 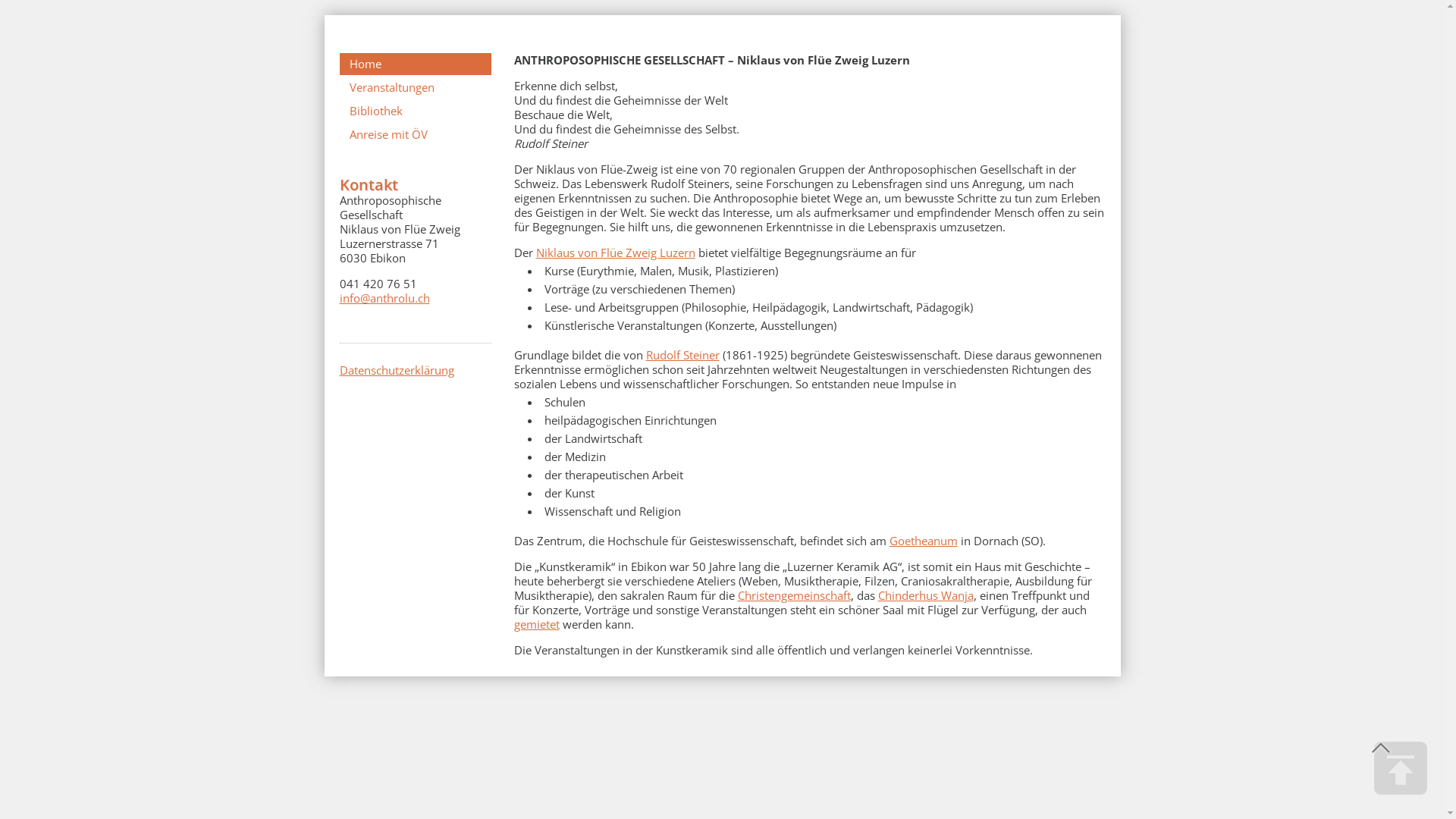 What do you see at coordinates (415, 63) in the screenshot?
I see `'Home'` at bounding box center [415, 63].